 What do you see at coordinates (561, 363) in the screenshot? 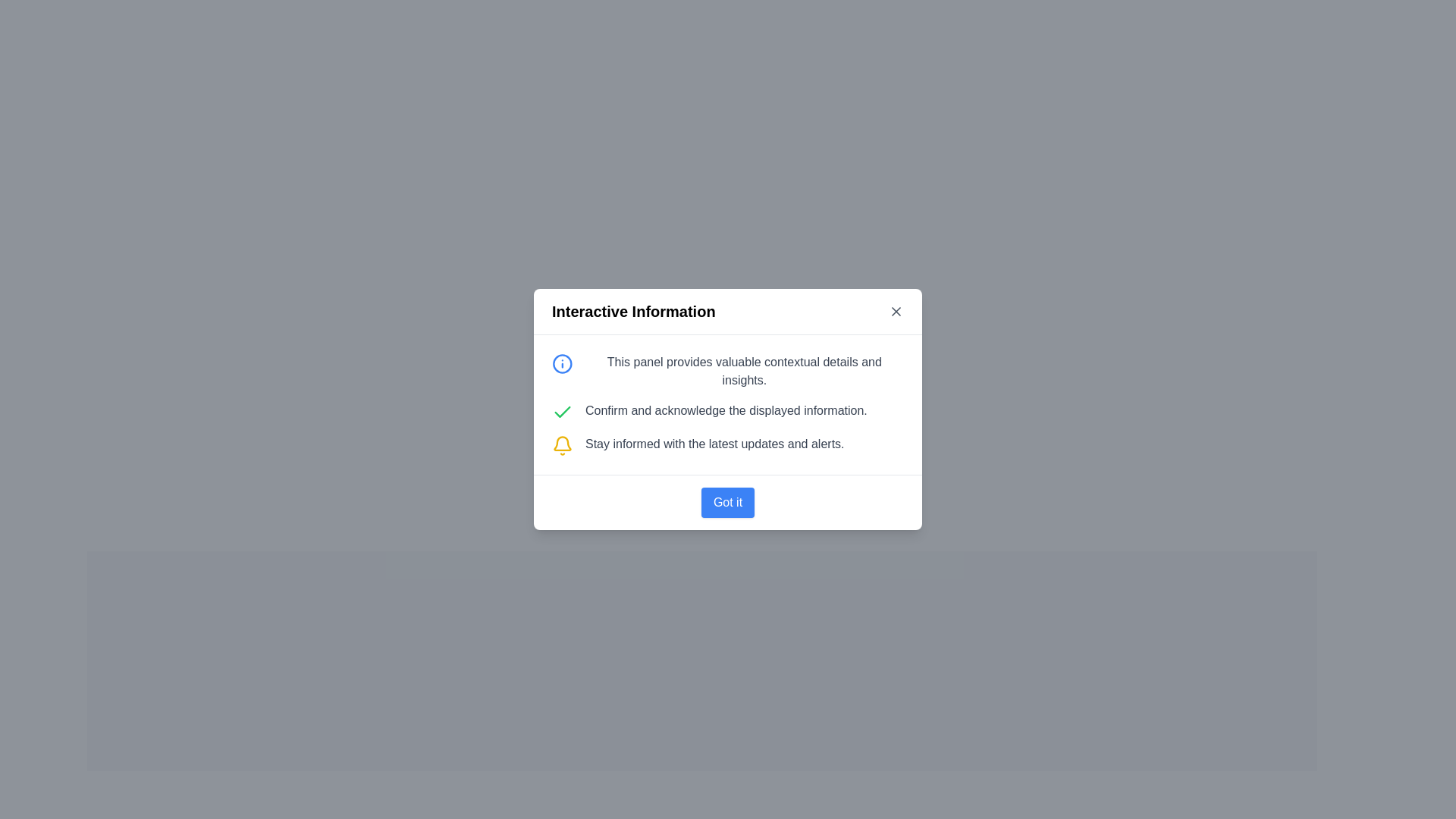
I see `SVG Circle that serves as the outer part of the information icon in the modal dialog, located at the top-left position of the content area` at bounding box center [561, 363].